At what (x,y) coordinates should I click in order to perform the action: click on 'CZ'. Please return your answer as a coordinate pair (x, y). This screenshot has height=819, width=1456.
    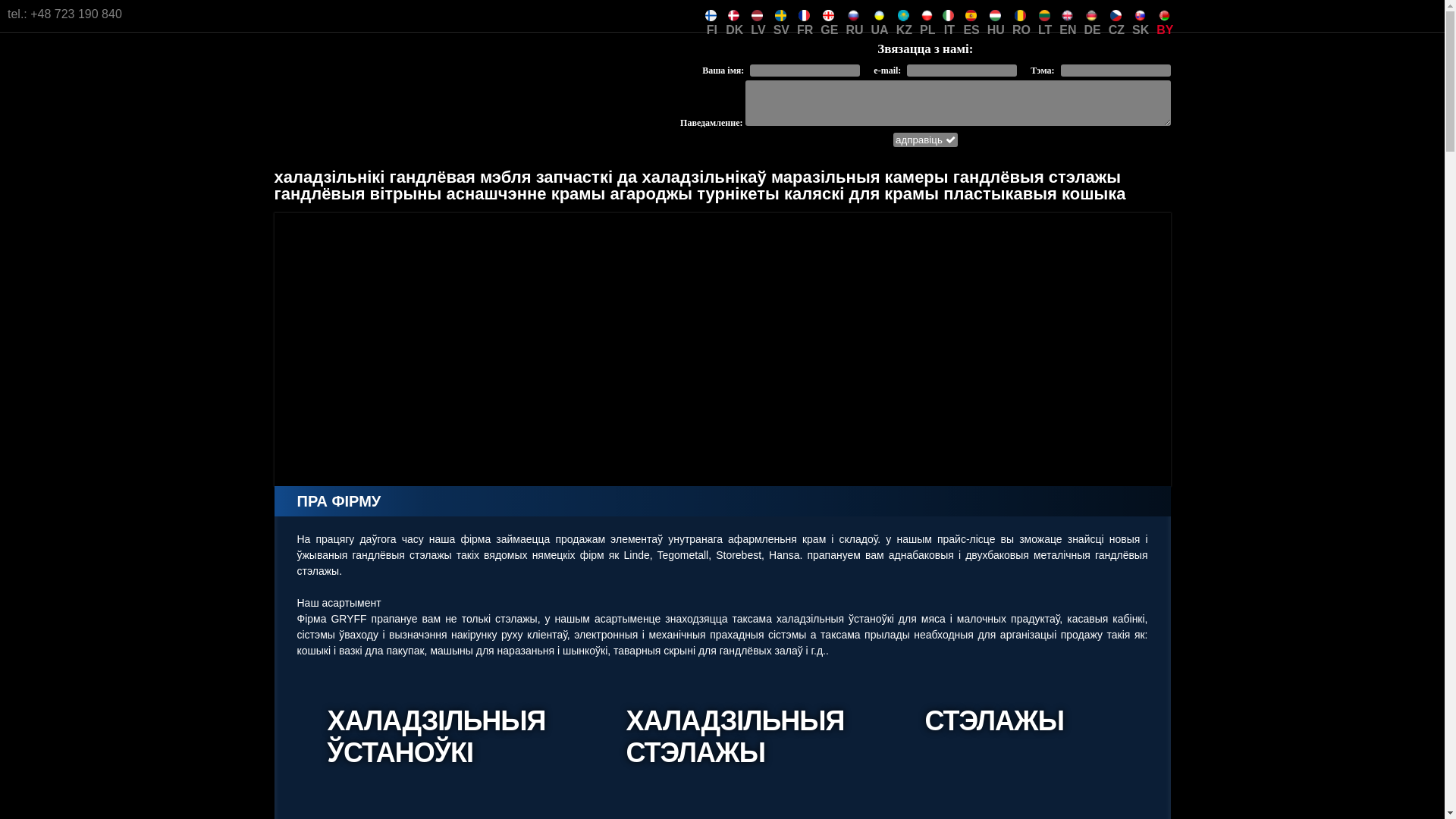
    Looking at the image, I should click on (1116, 14).